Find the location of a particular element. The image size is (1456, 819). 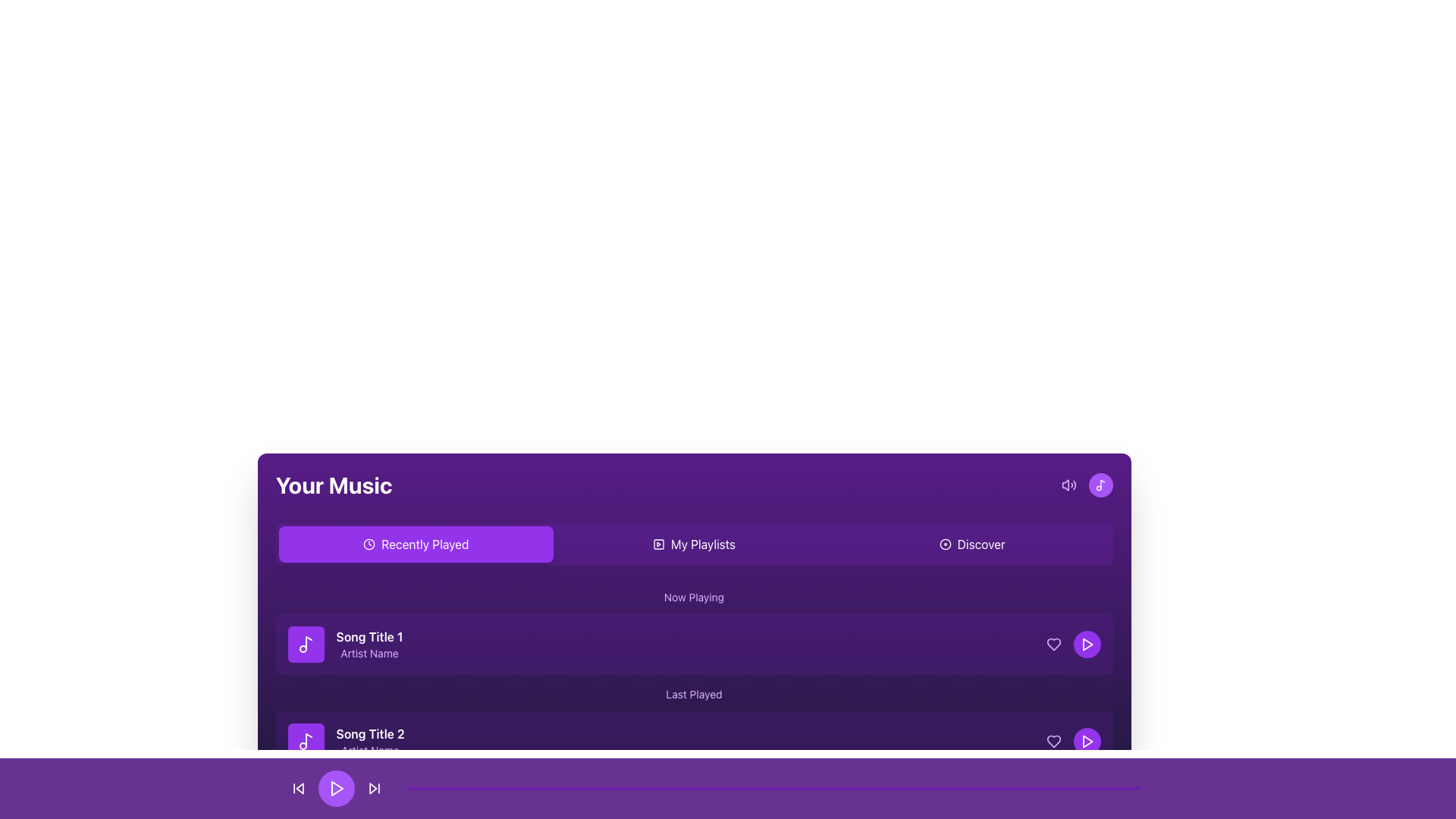

the circular button with a purple background and a white play icon at its center to play the media is located at coordinates (336, 788).